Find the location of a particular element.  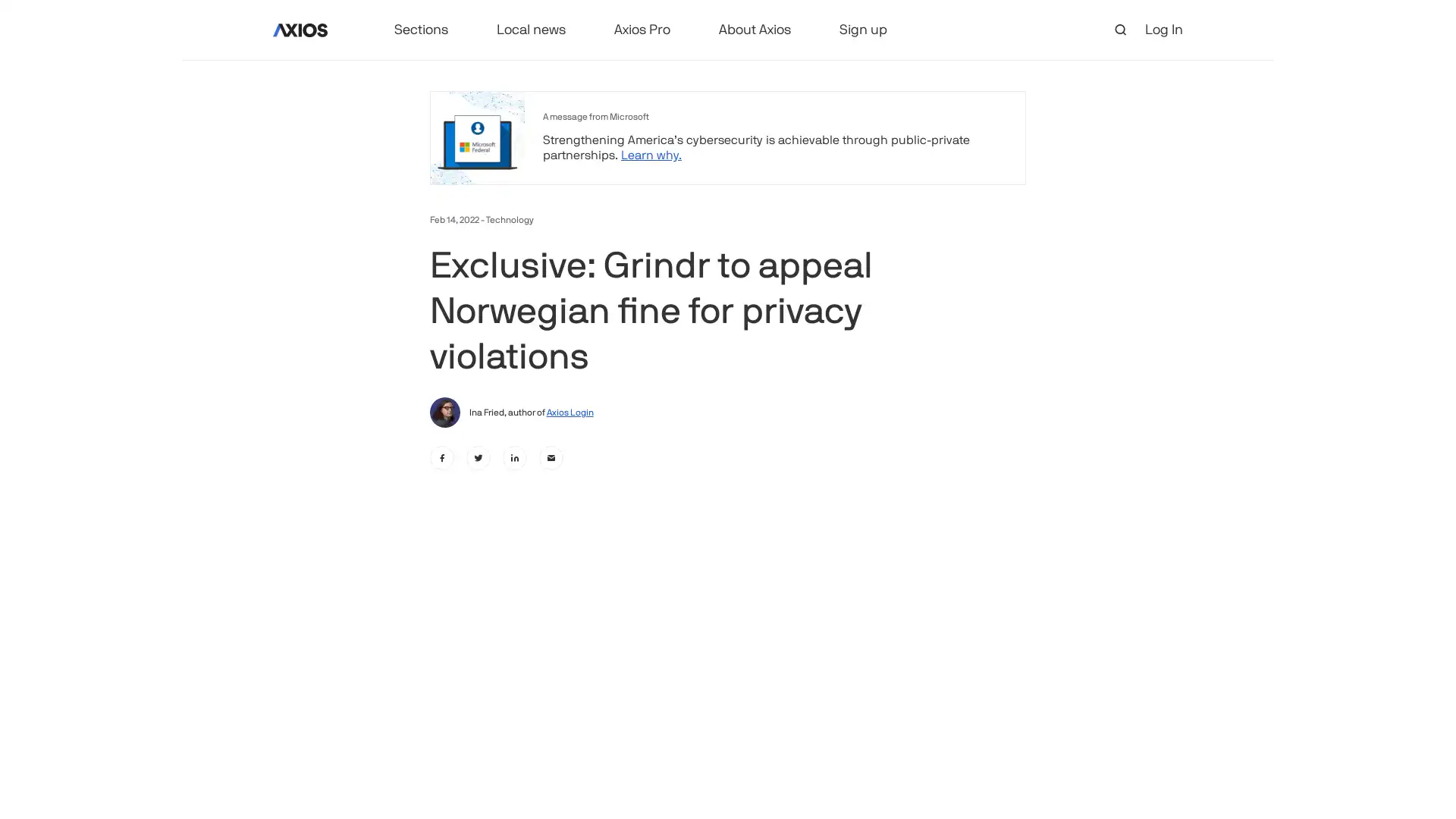

linkedin is located at coordinates (513, 457).